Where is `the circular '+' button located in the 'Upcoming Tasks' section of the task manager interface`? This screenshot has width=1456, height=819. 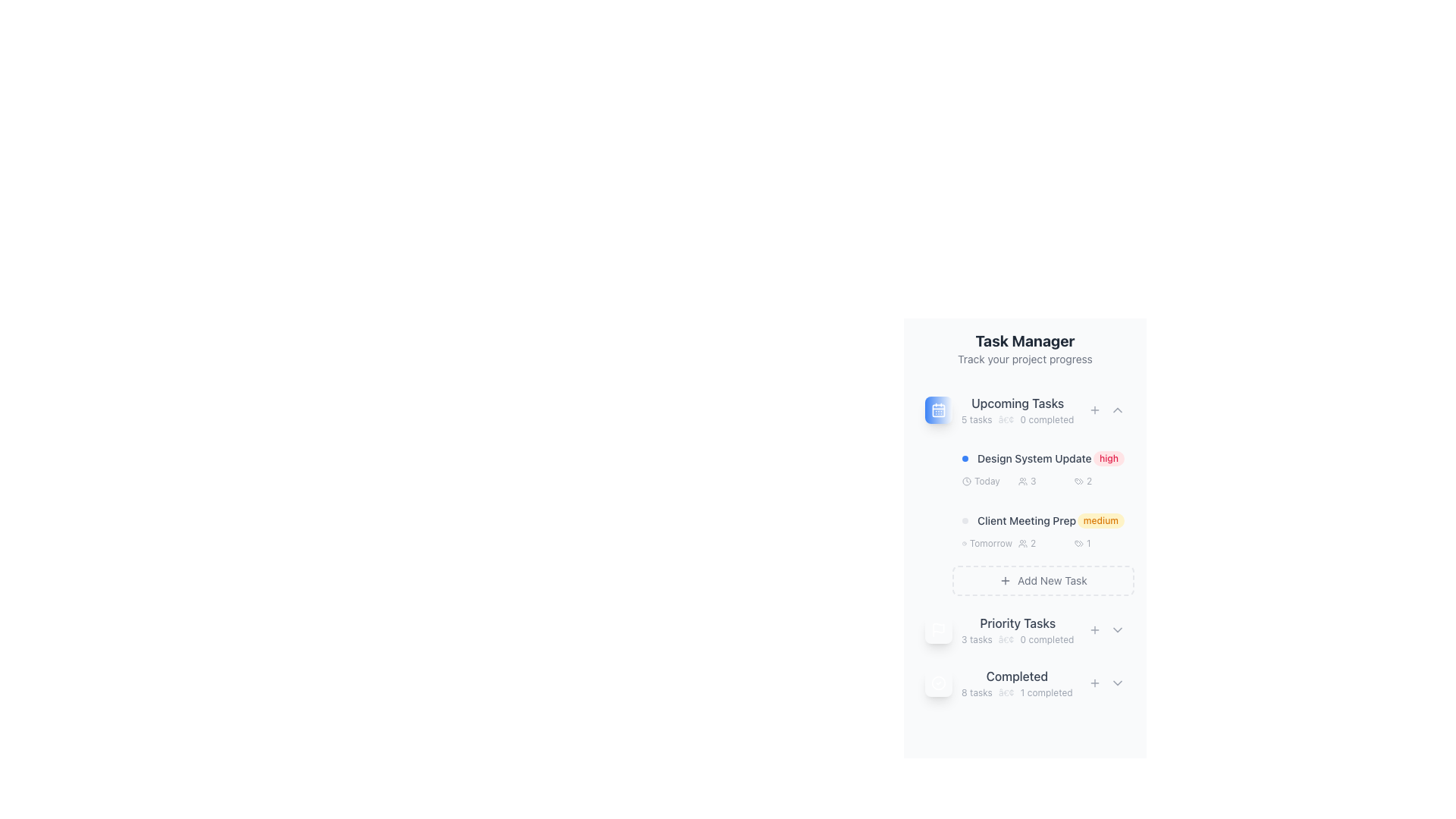 the circular '+' button located in the 'Upcoming Tasks' section of the task manager interface is located at coordinates (1095, 409).